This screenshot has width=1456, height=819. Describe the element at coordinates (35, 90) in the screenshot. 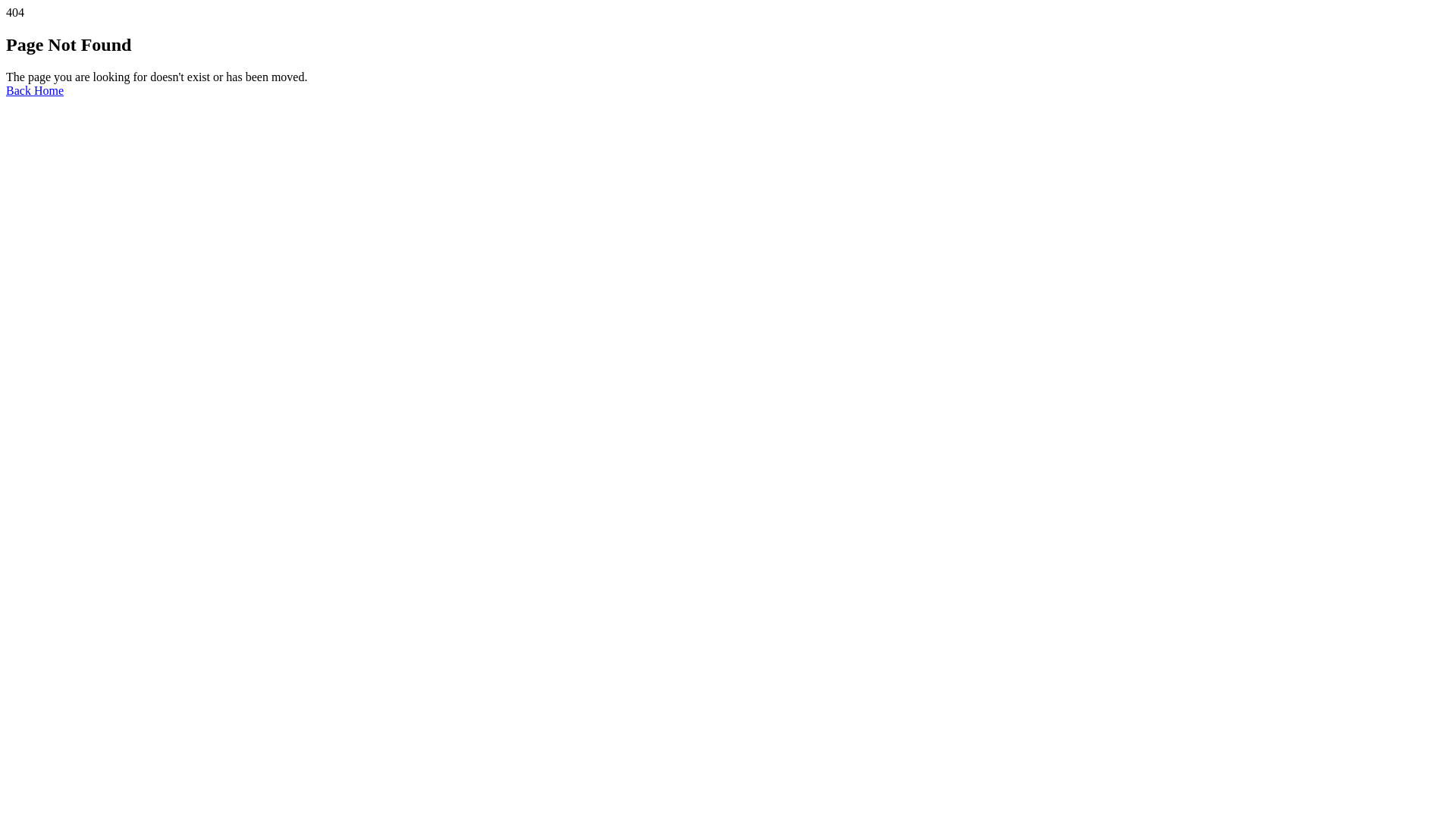

I see `'Back Home'` at that location.